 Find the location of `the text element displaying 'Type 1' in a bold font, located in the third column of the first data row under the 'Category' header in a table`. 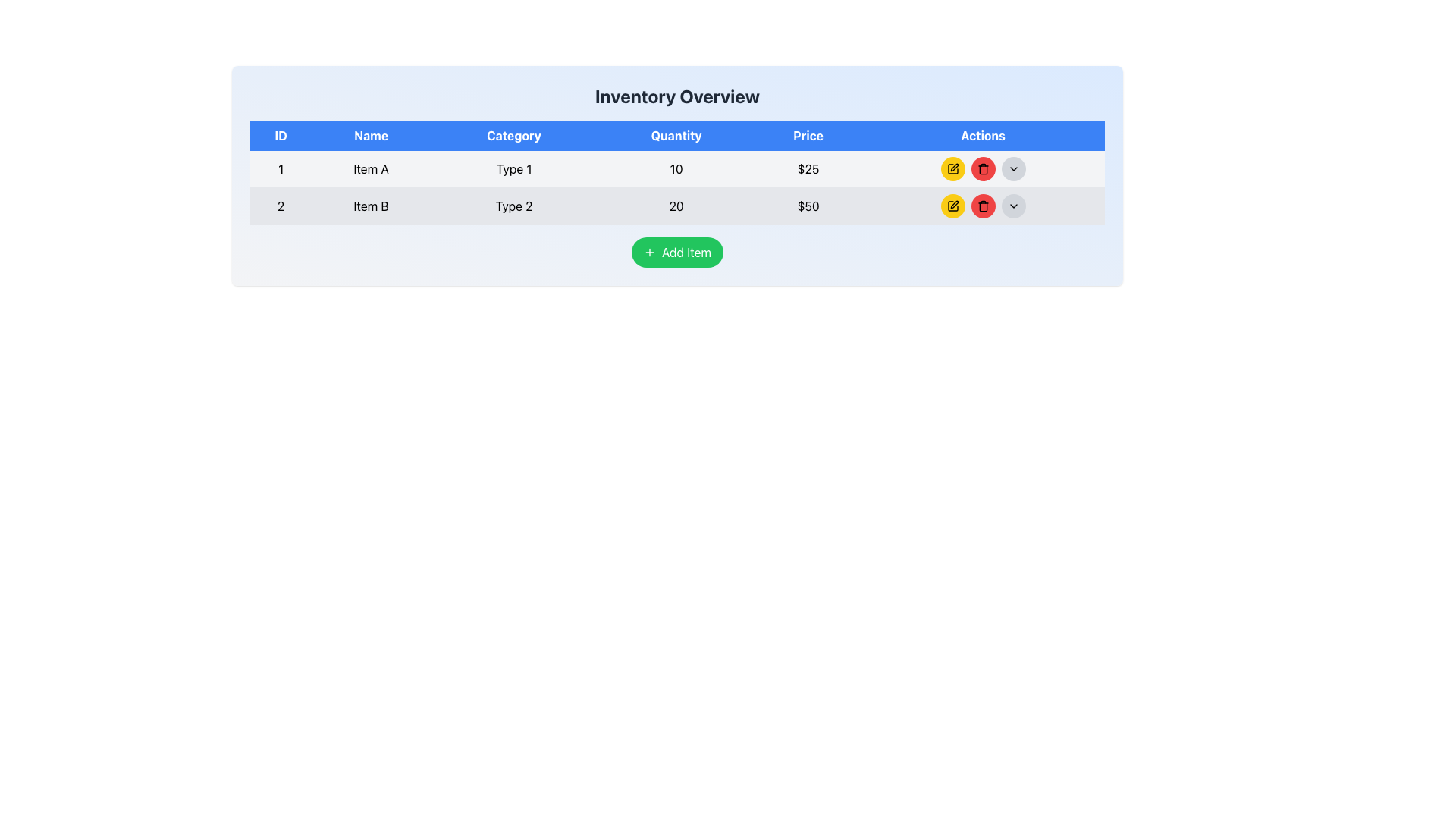

the text element displaying 'Type 1' in a bold font, located in the third column of the first data row under the 'Category' header in a table is located at coordinates (514, 169).